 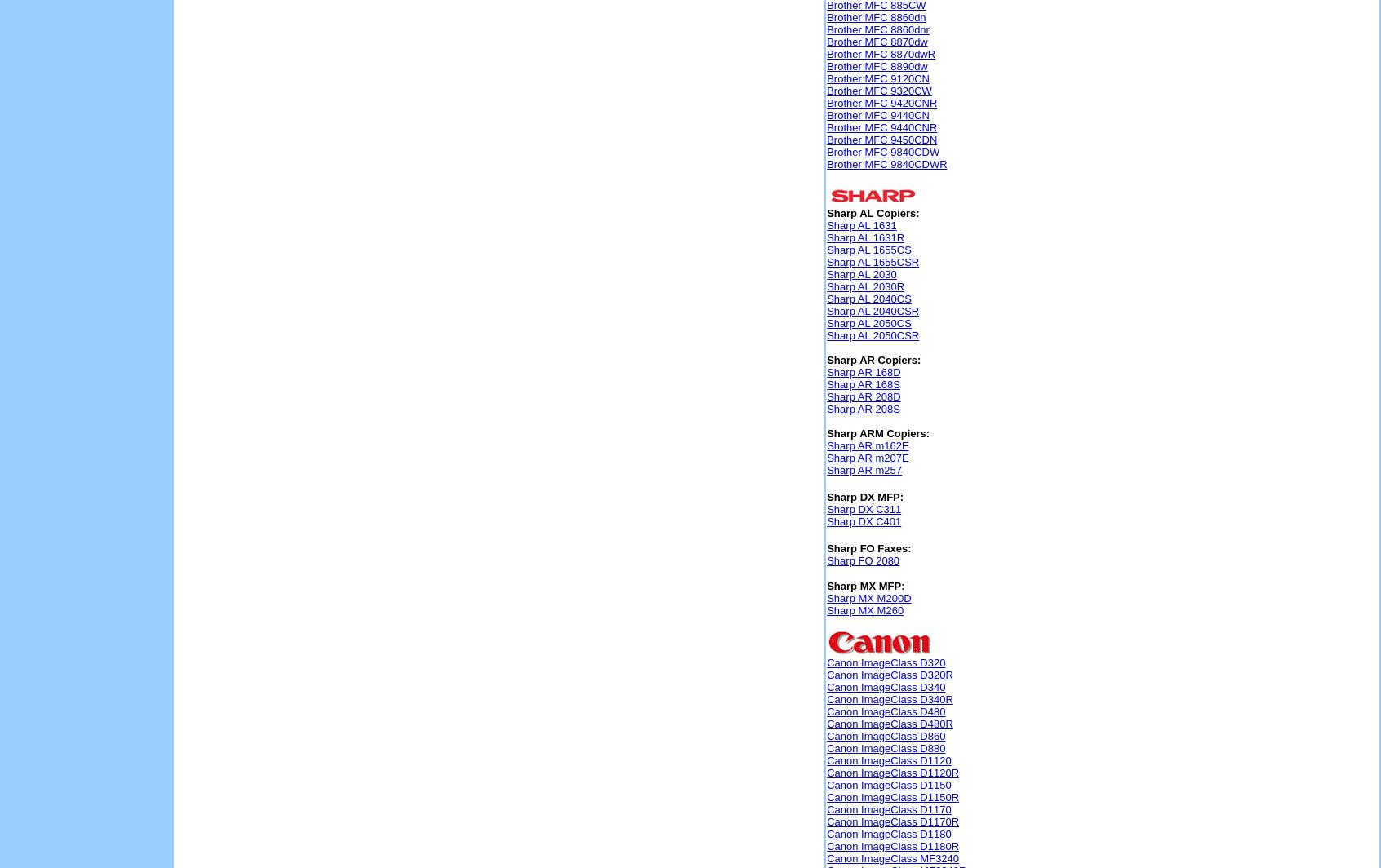 I want to click on 'Sharp AR Copiers:', so click(x=873, y=360).